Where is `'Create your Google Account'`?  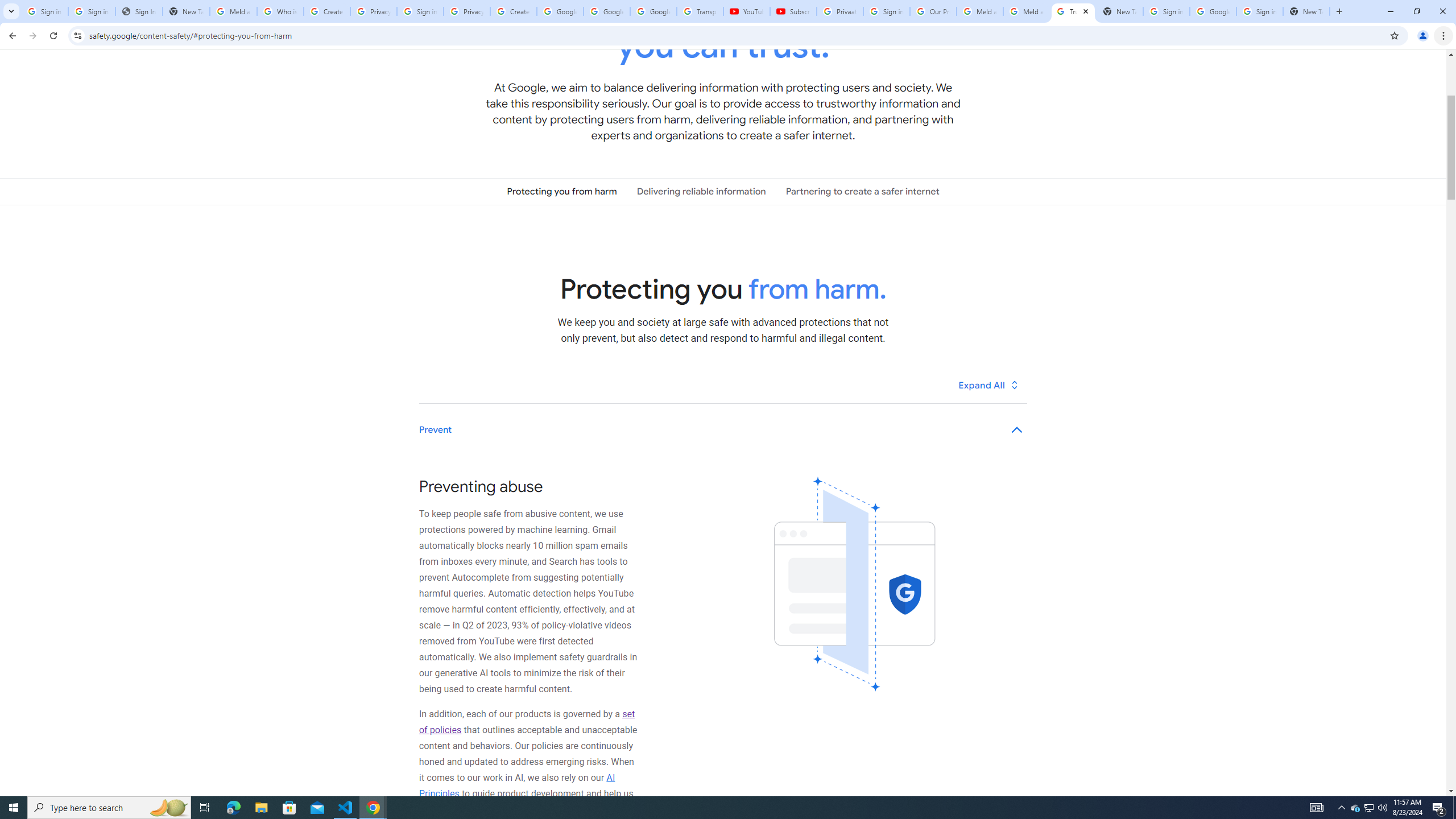 'Create your Google Account' is located at coordinates (512, 11).